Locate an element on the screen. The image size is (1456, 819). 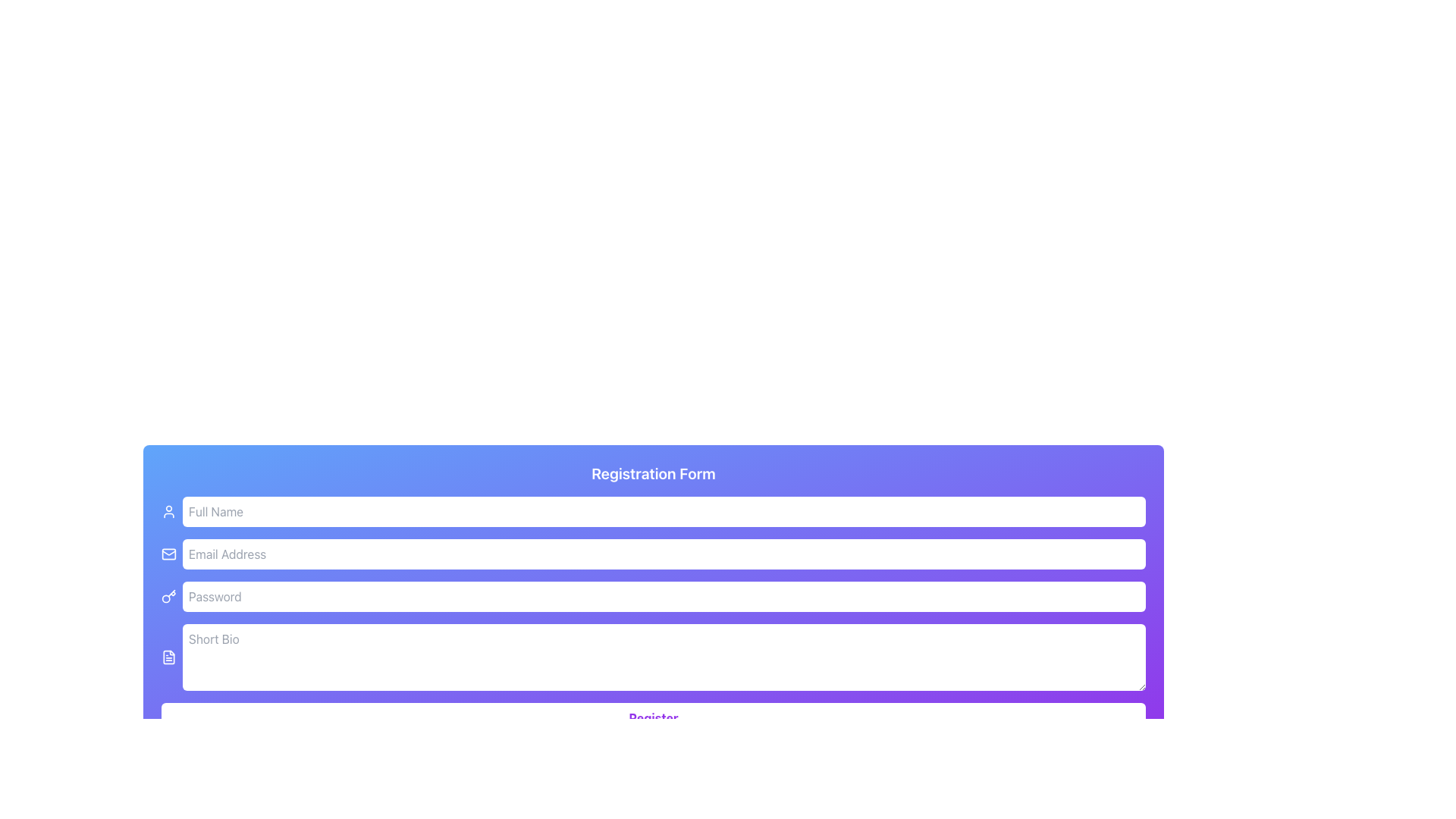
the password input field in the registration form to focus on it for password entry is located at coordinates (654, 595).